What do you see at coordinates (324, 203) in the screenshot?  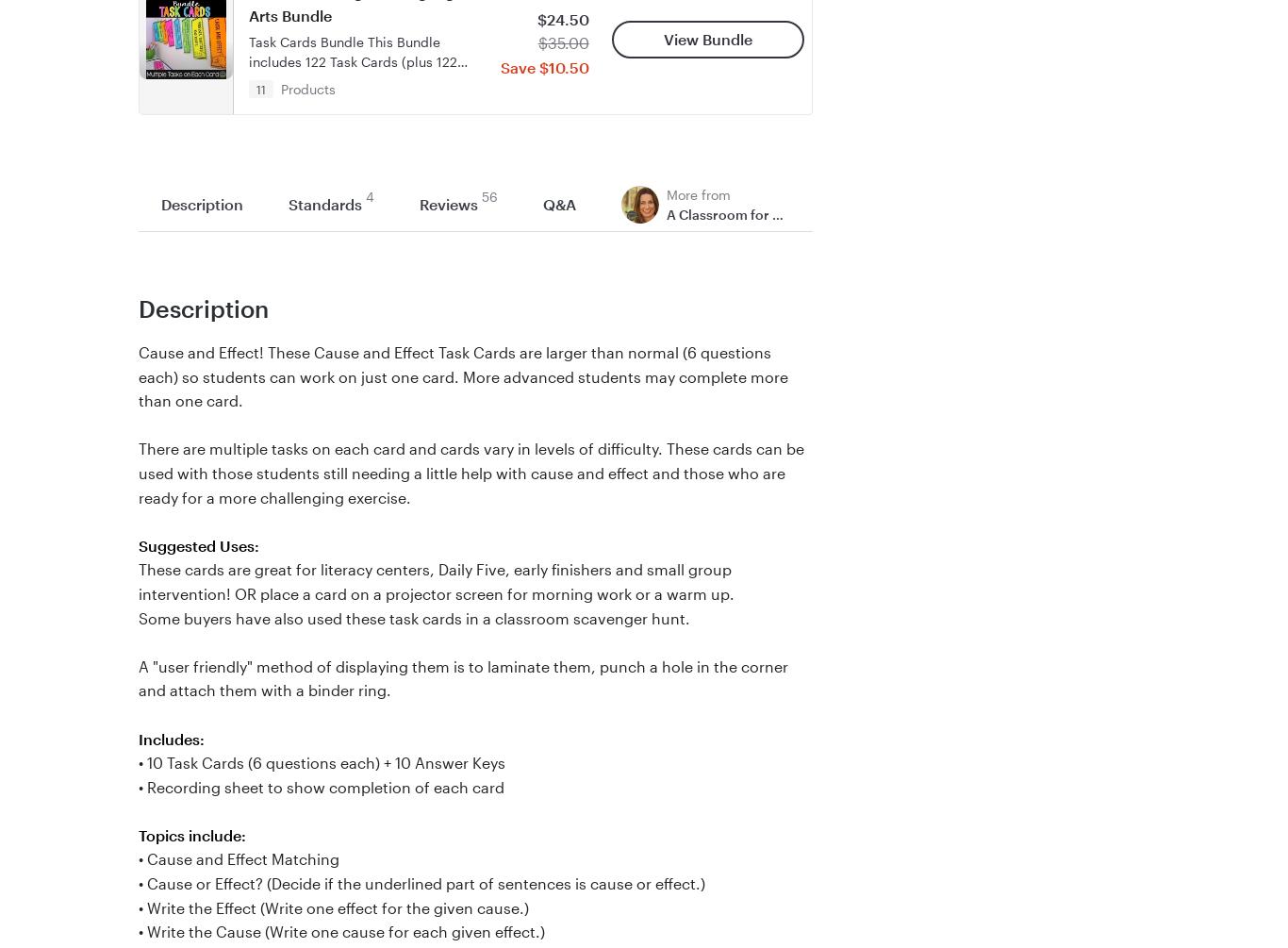 I see `'Standards'` at bounding box center [324, 203].